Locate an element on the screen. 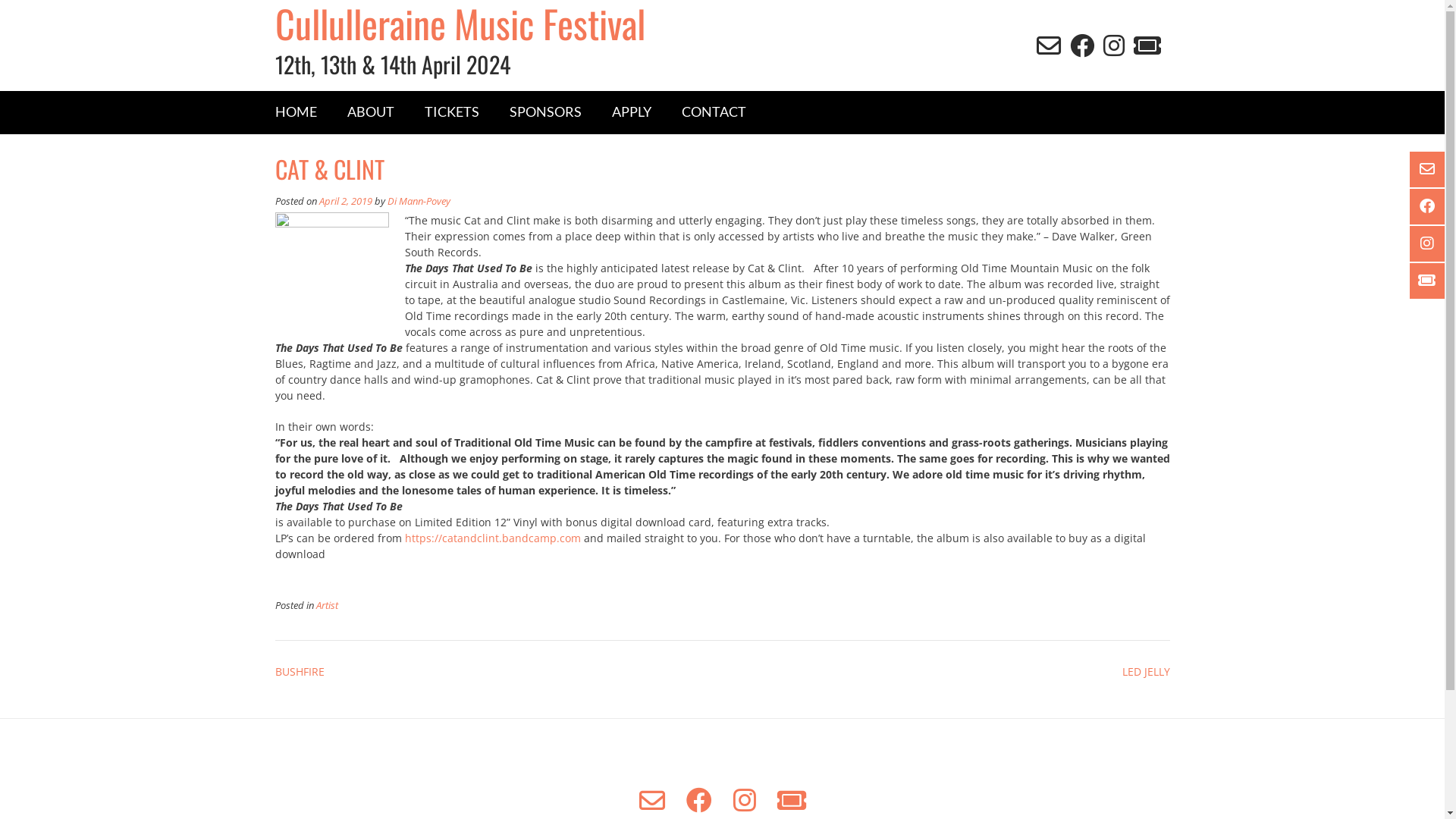  'SPONSORS' is located at coordinates (545, 111).